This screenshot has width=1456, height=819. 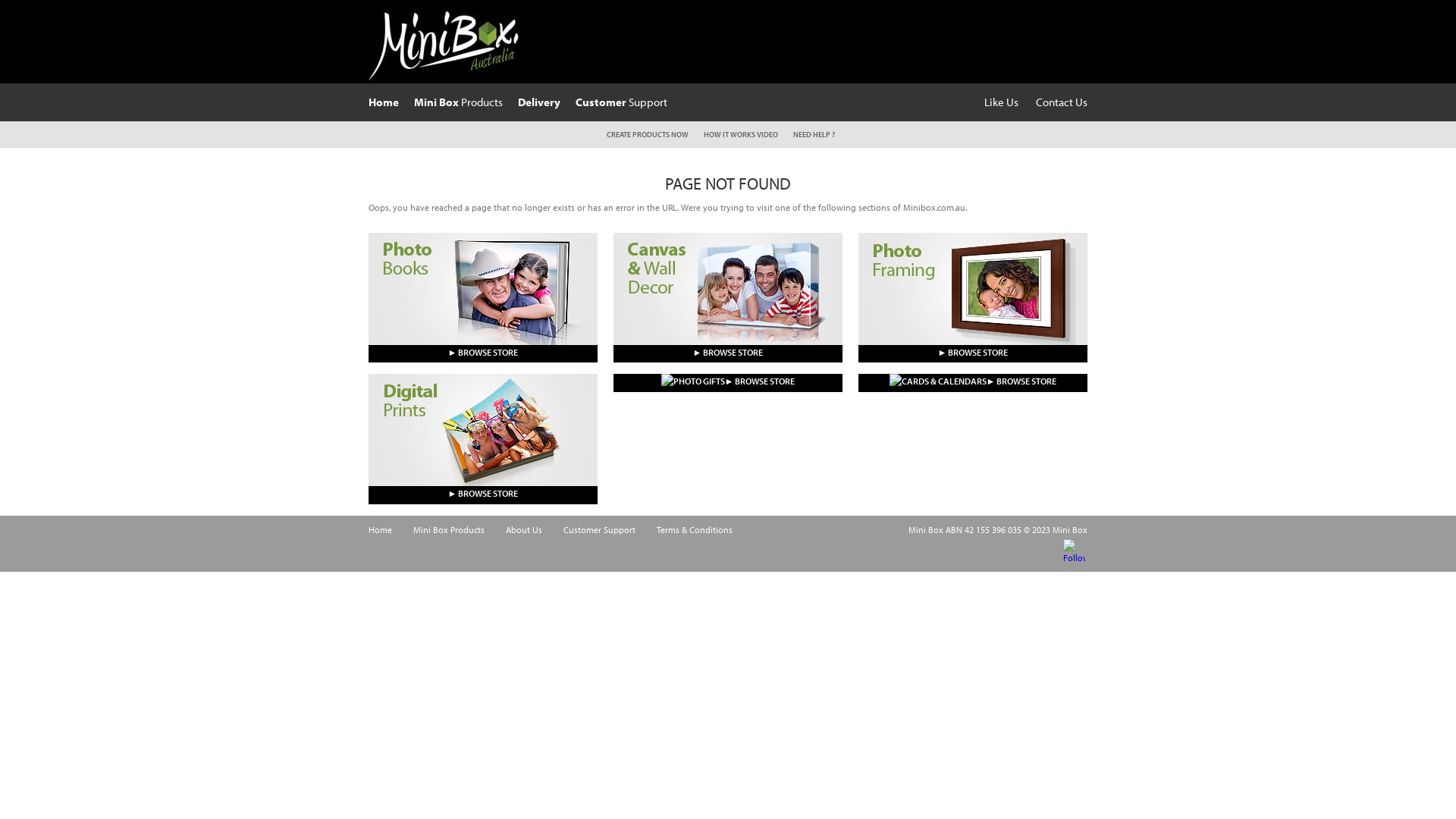 I want to click on 'Mini Box Products', so click(x=447, y=529).